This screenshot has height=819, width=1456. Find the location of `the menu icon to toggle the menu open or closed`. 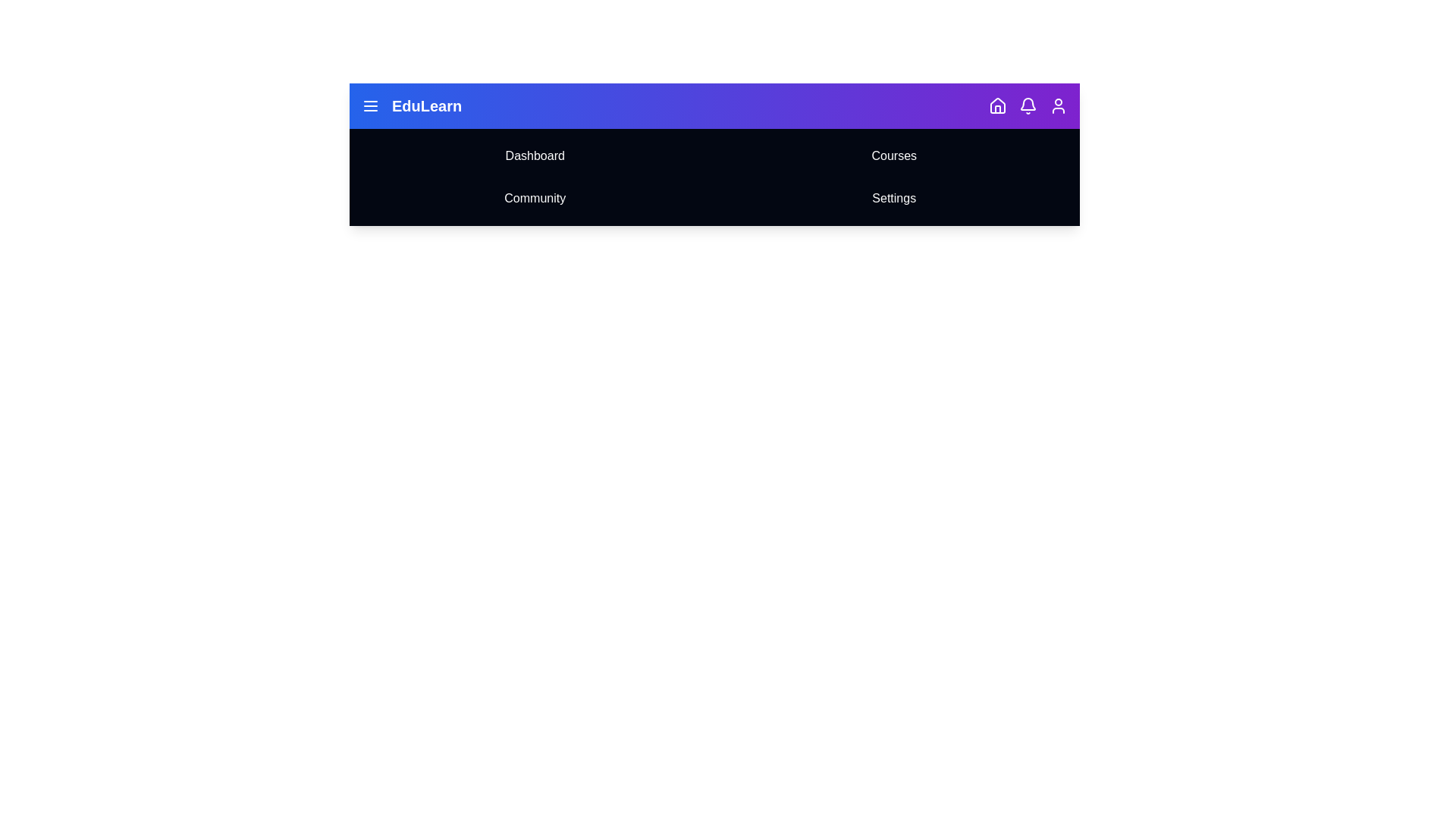

the menu icon to toggle the menu open or closed is located at coordinates (371, 105).